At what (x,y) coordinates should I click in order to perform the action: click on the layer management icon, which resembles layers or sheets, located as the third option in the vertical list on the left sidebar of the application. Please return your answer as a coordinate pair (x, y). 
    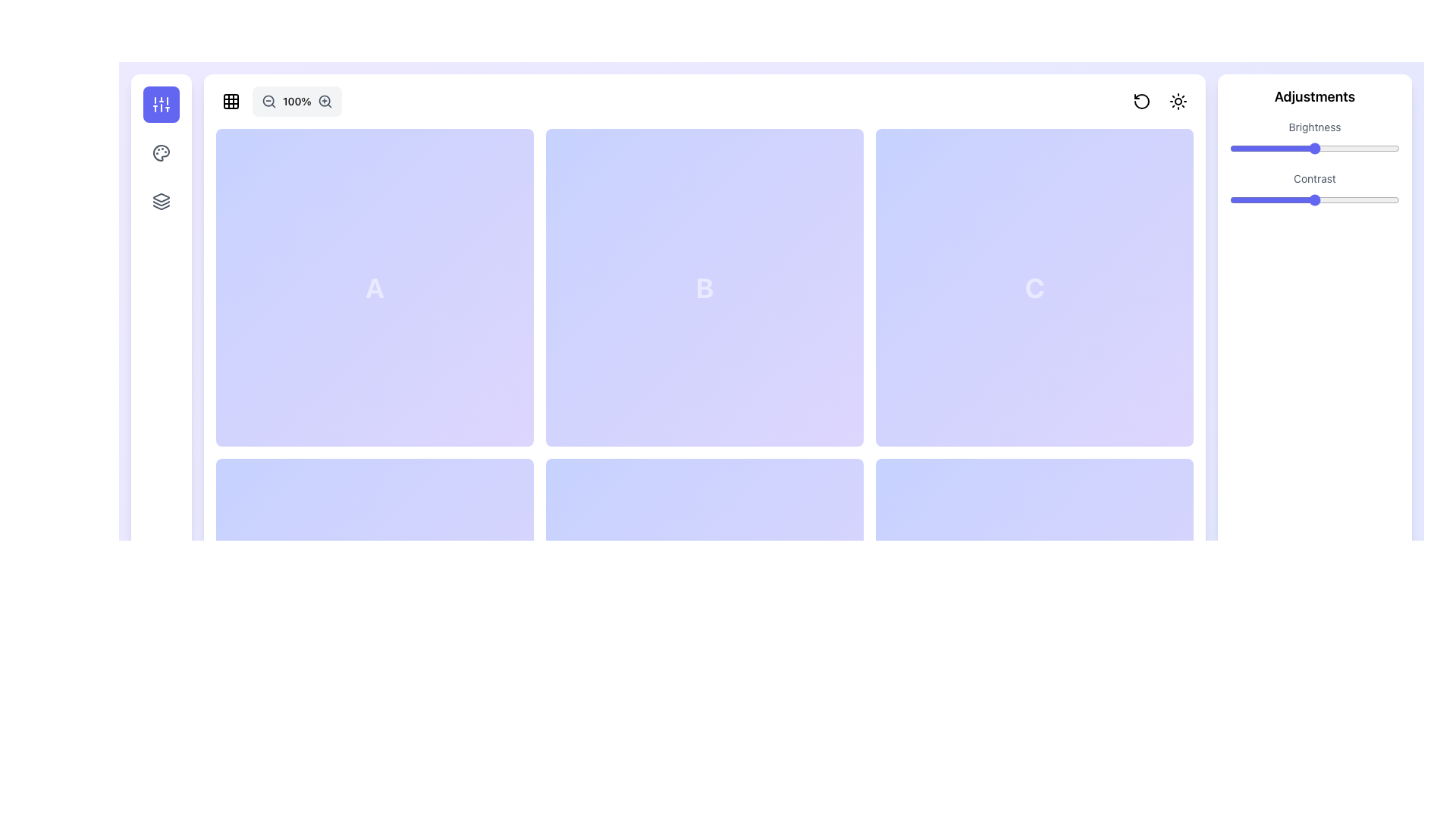
    Looking at the image, I should click on (161, 201).